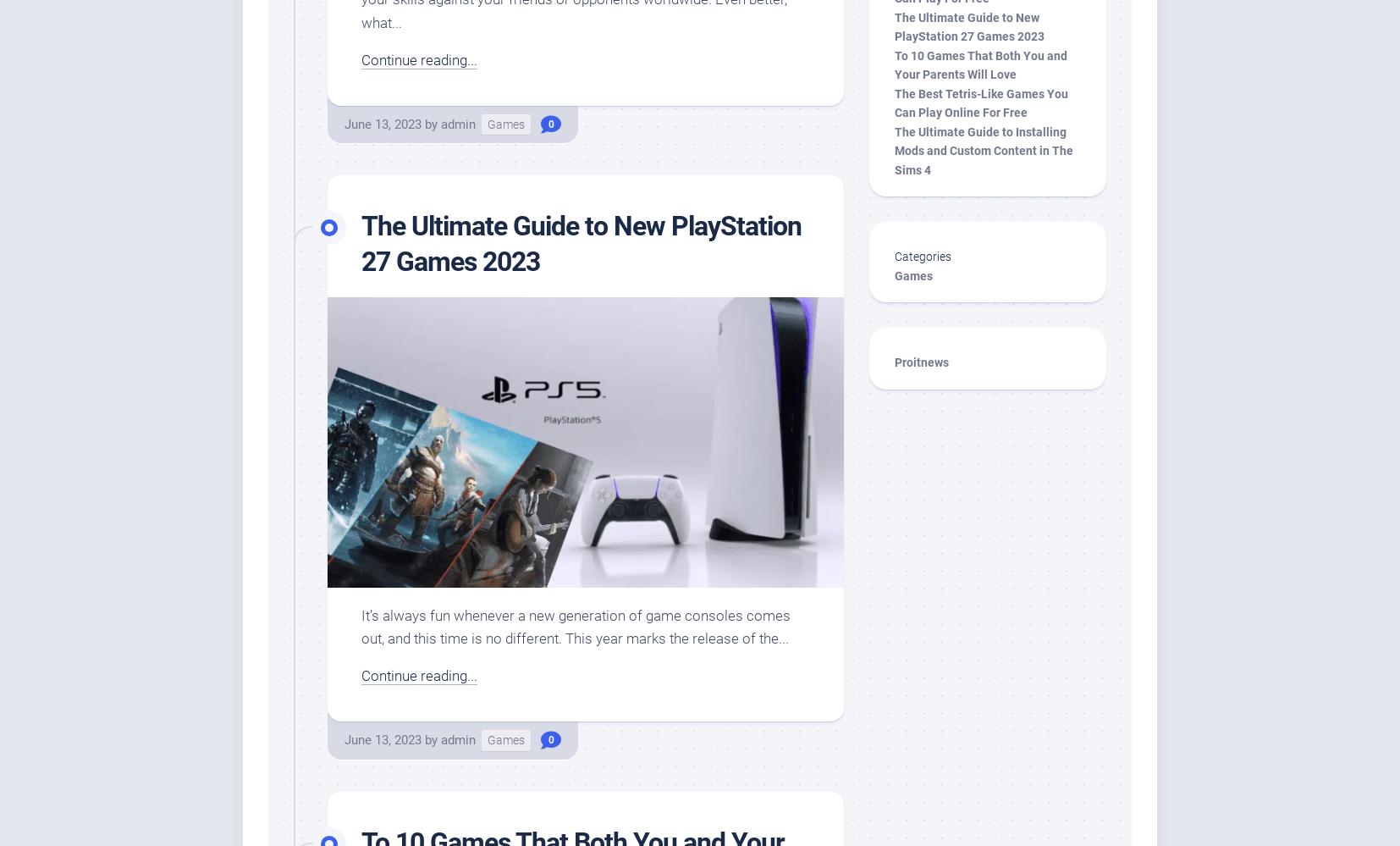 The width and height of the screenshot is (1400, 846). What do you see at coordinates (894, 149) in the screenshot?
I see `'The Ultimate Guide to Installing Mods and Custom Content in The Sims 4'` at bounding box center [894, 149].